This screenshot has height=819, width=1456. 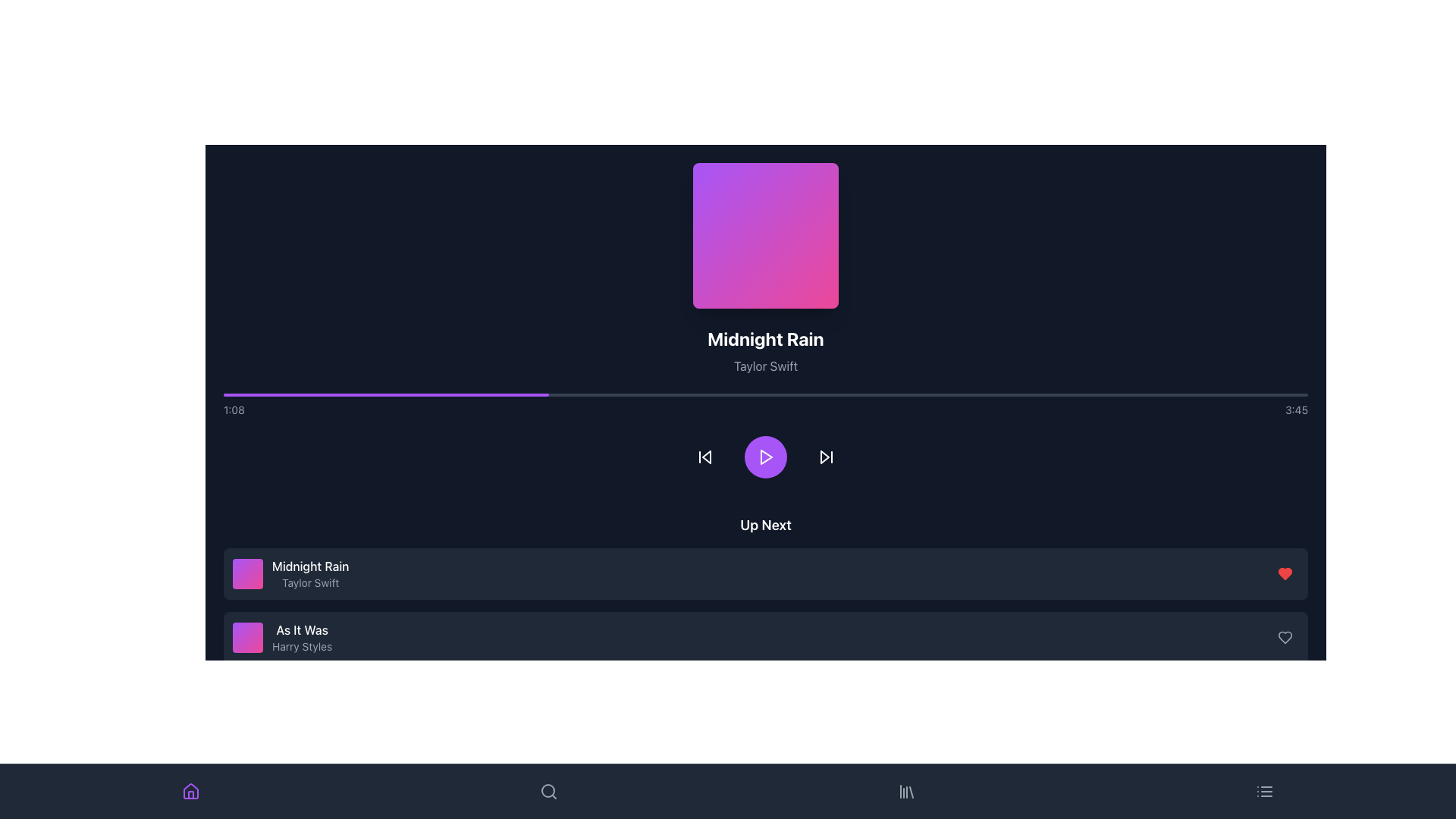 What do you see at coordinates (247, 637) in the screenshot?
I see `the leftmost graphical placeholder in the bottom section of the interface, which is a square gradient-filled component transitioning from purple to pink and has rounded corners` at bounding box center [247, 637].